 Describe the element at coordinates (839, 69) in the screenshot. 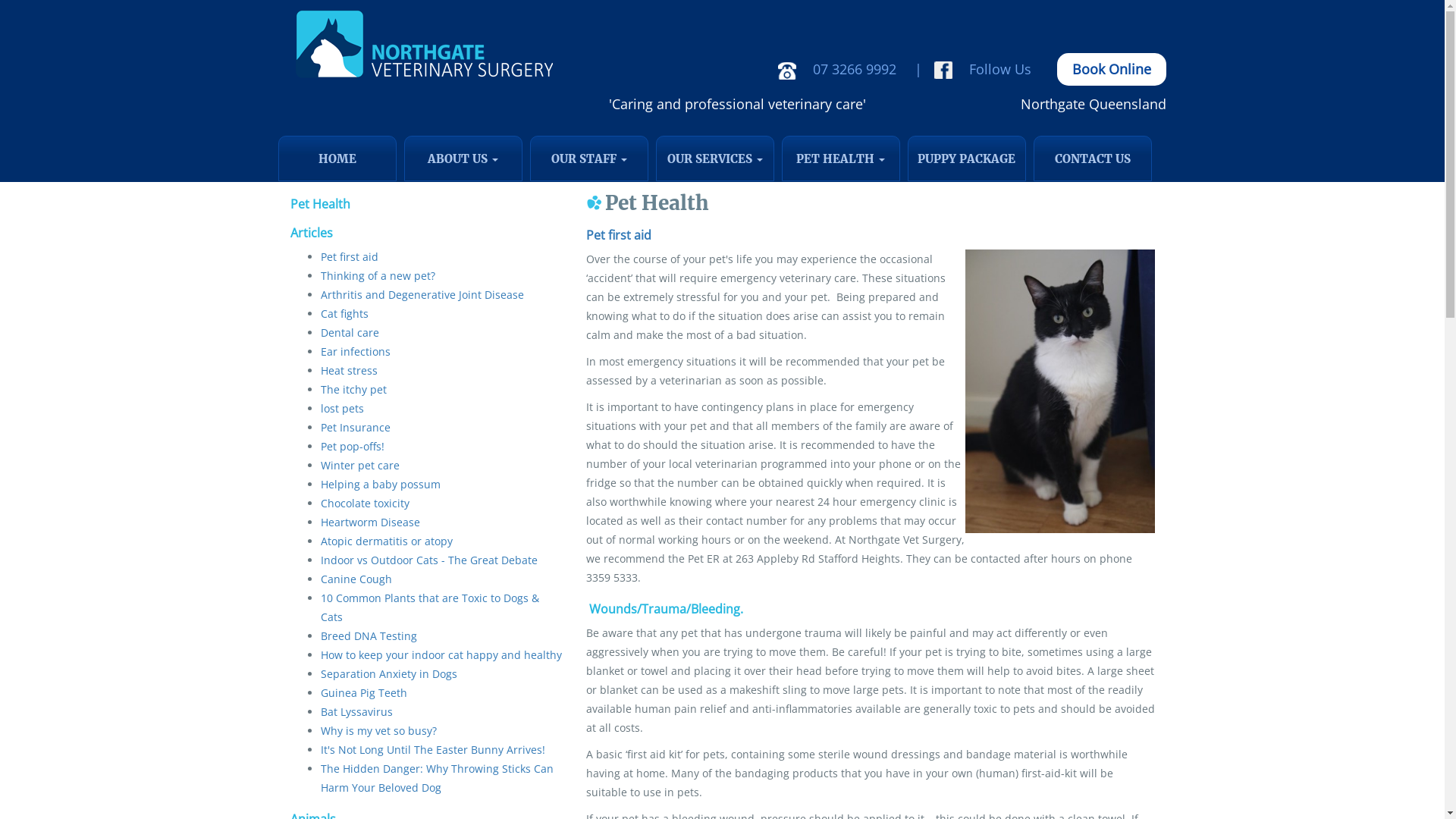

I see `'07 3266 9992'` at that location.